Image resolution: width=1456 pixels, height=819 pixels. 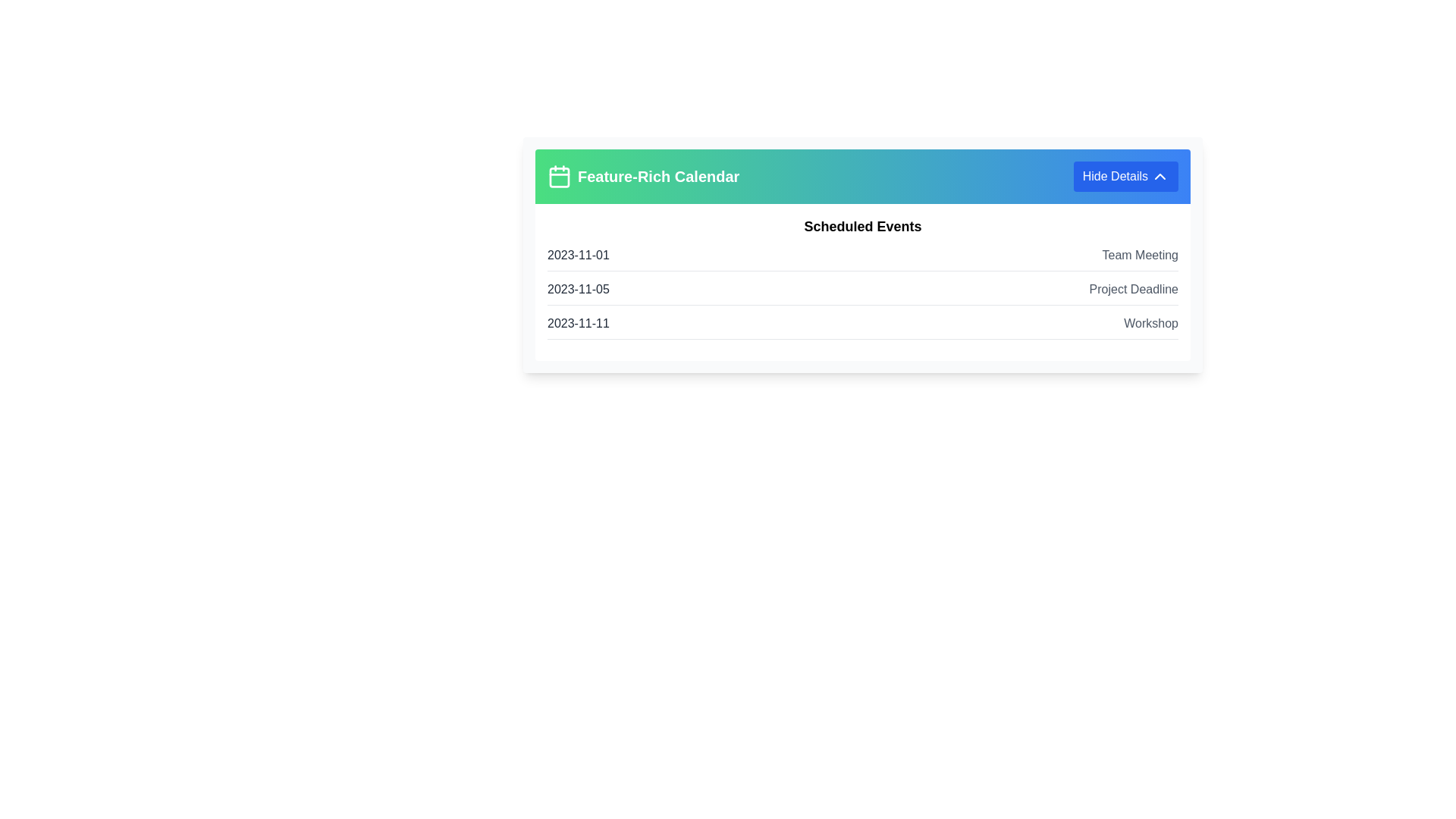 I want to click on the button located at the far right of the header section labeled 'Feature-Rich Calendar', so click(x=1125, y=175).